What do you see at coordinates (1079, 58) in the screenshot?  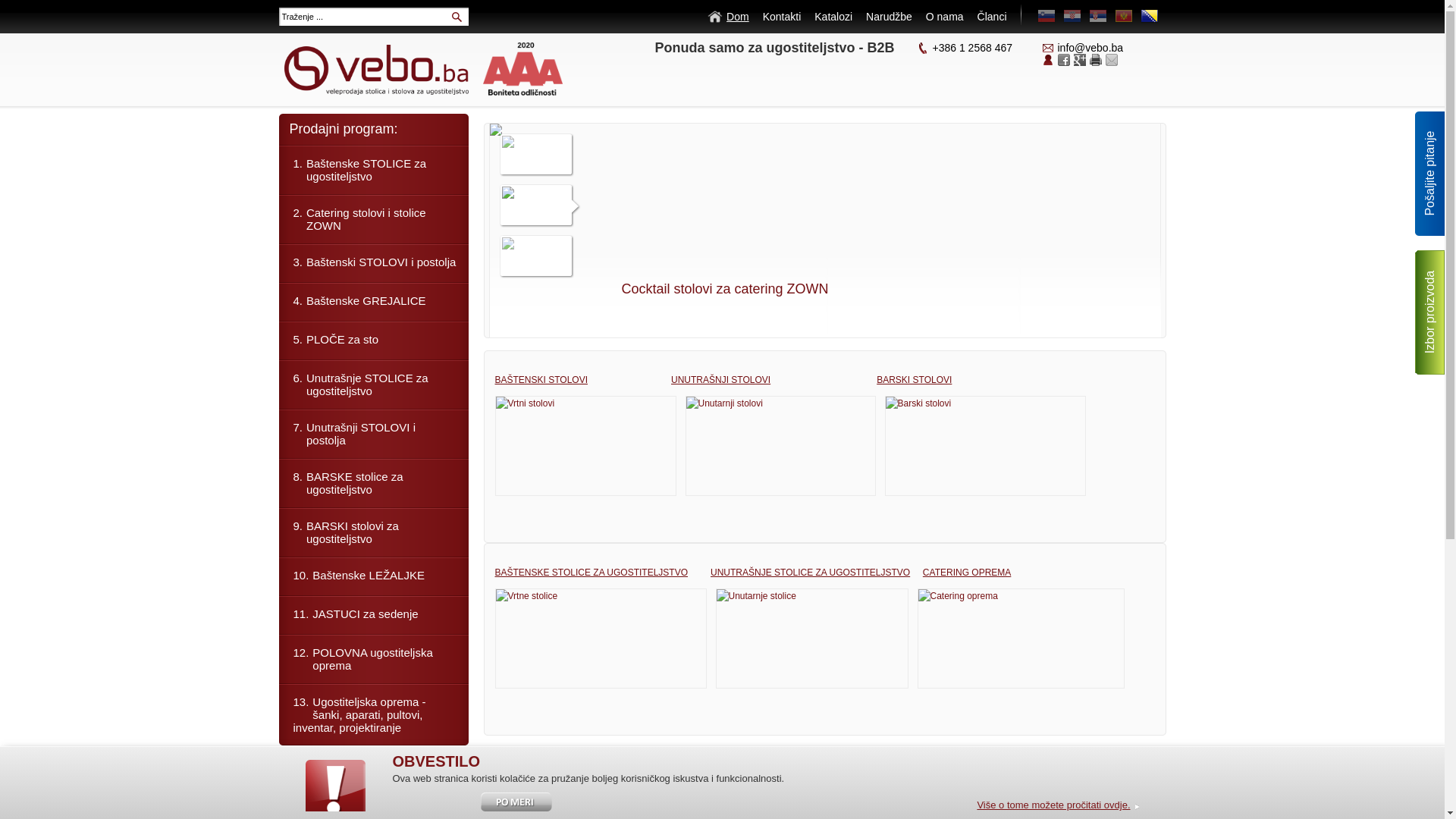 I see `'Google+'` at bounding box center [1079, 58].